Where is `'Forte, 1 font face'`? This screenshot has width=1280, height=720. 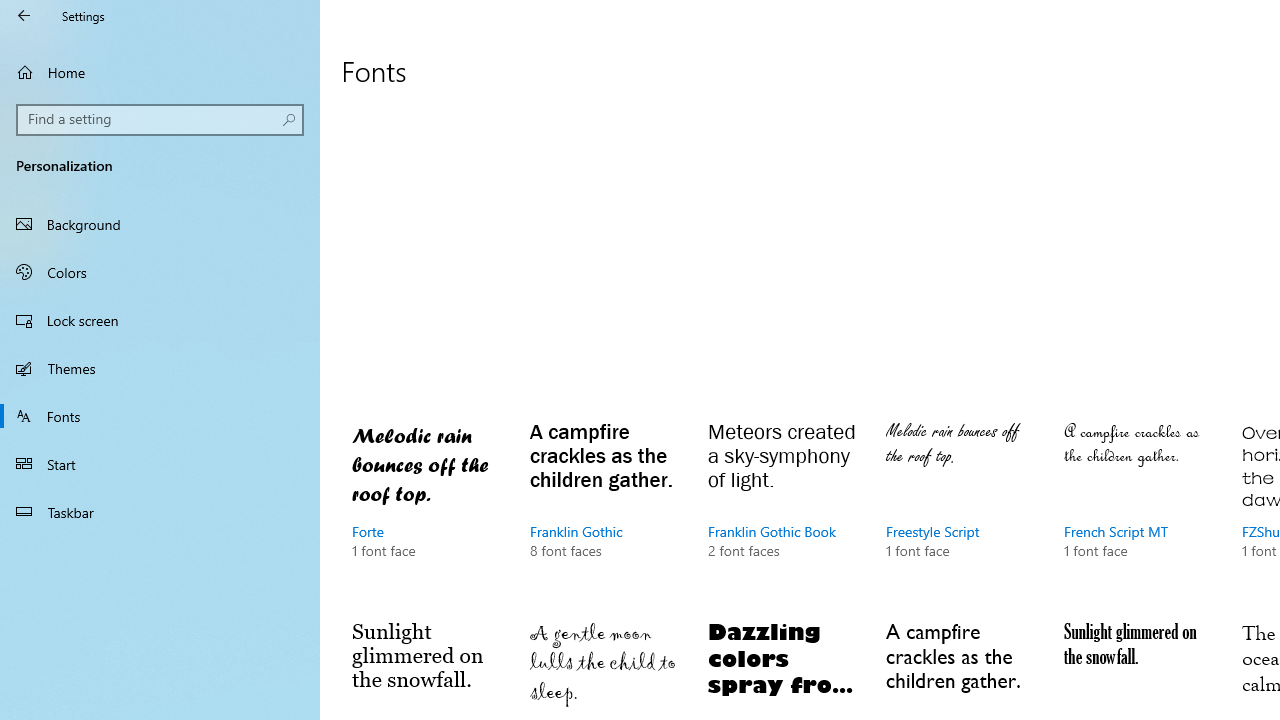
'Forte, 1 font face' is located at coordinates (425, 508).